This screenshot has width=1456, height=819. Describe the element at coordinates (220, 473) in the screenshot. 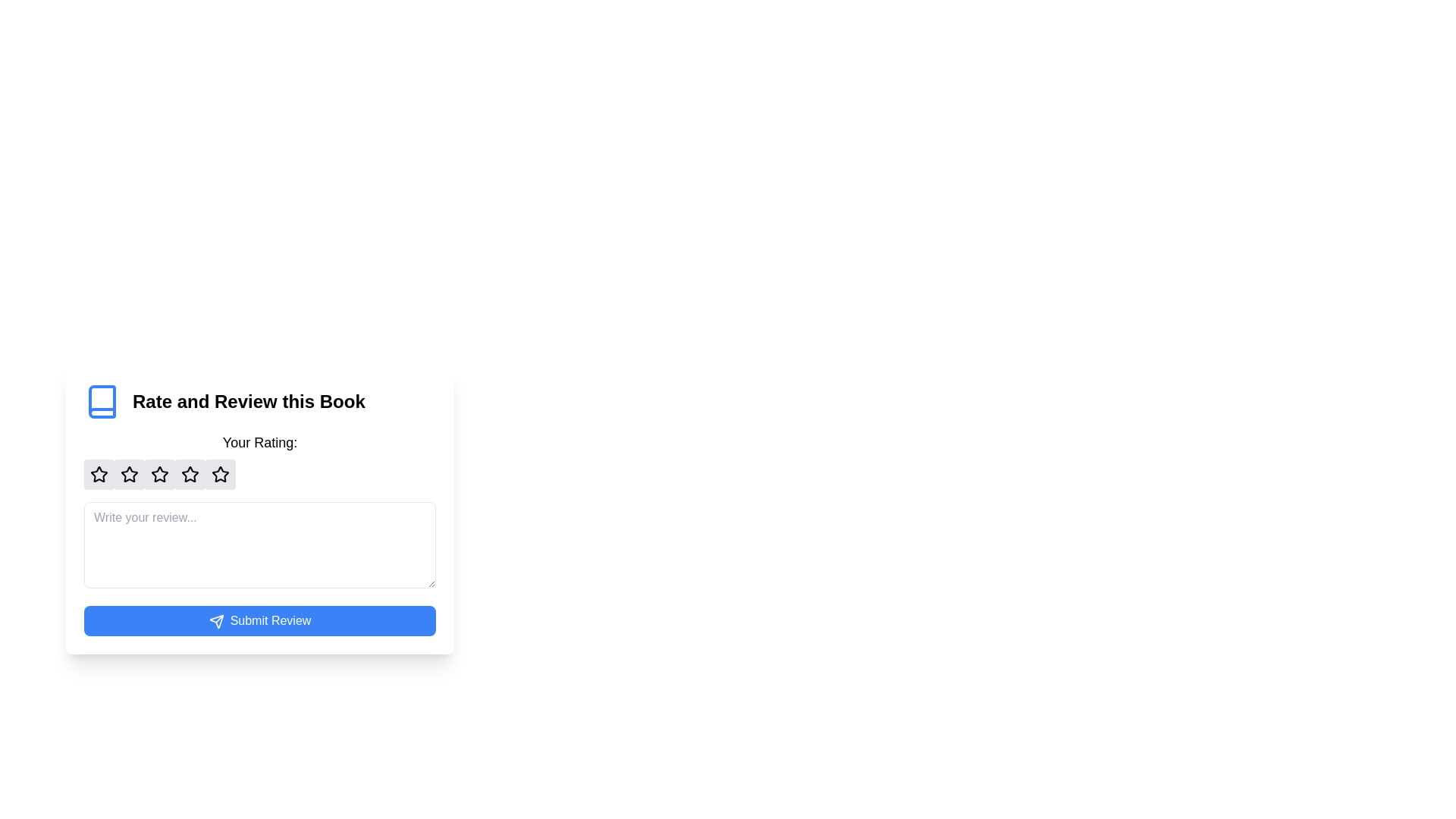

I see `the fifth star in the horizontal row of star-shaped rating icons to rate it, located below the text 'Your Rating:' in the 'Rate and Review this Book' section` at that location.